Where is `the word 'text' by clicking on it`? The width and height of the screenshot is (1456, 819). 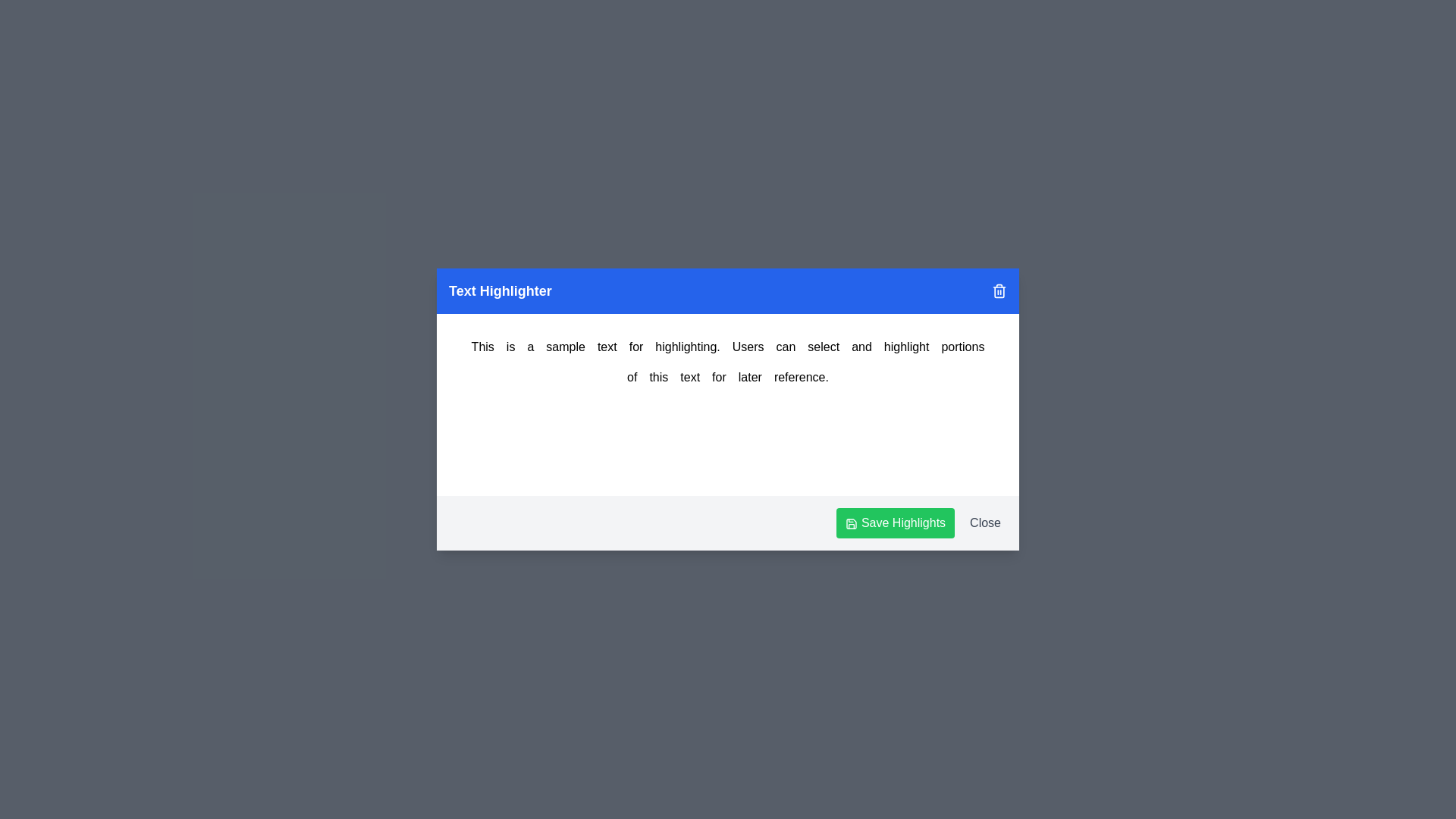
the word 'text' by clicking on it is located at coordinates (689, 376).